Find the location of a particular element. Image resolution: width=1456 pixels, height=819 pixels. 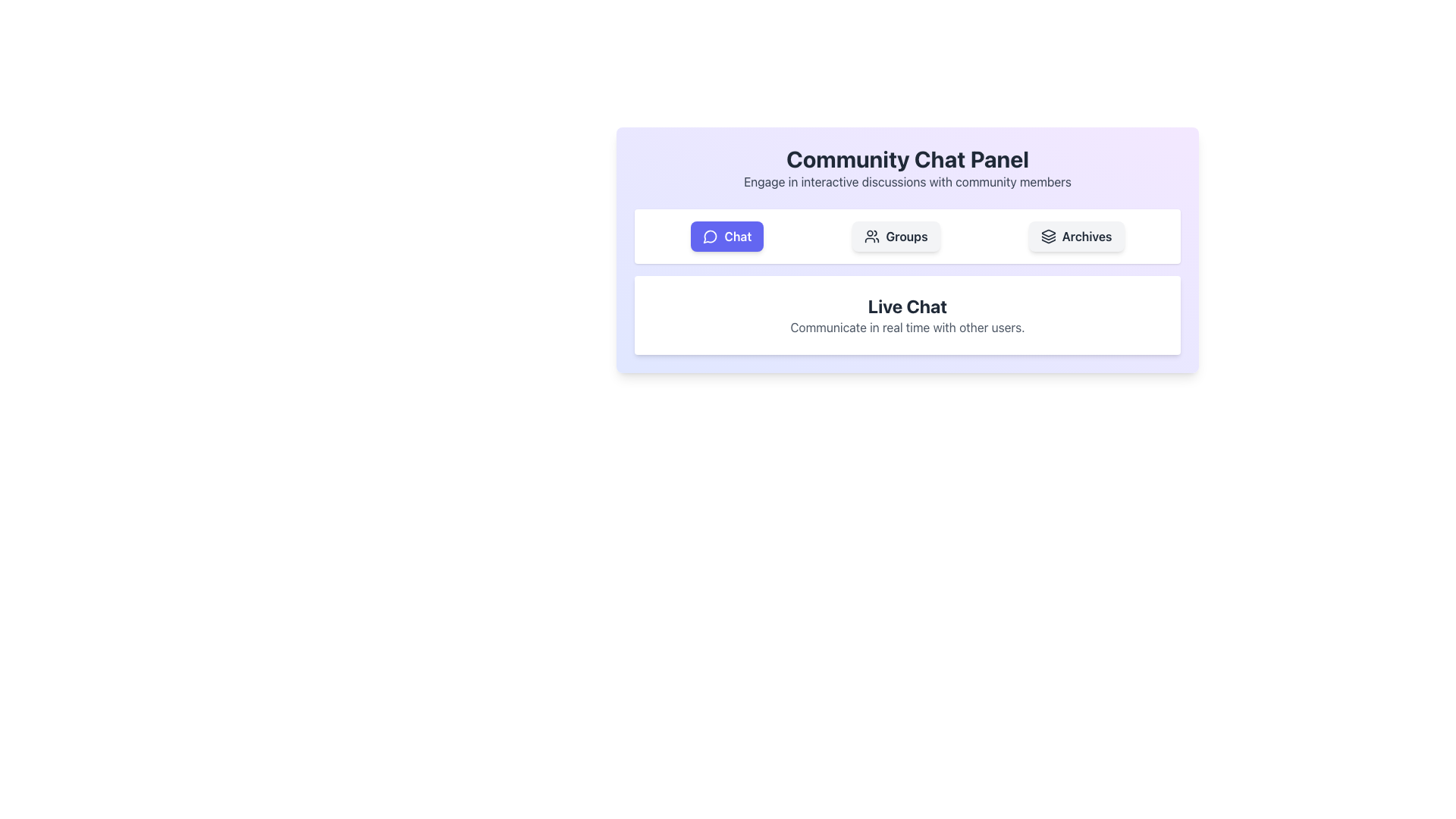

the text content of the descriptive title and subtitle in the text block that indicates the purpose of the community chat platform, located above the 'Chat', 'Groups', and 'Archives' sections is located at coordinates (907, 168).